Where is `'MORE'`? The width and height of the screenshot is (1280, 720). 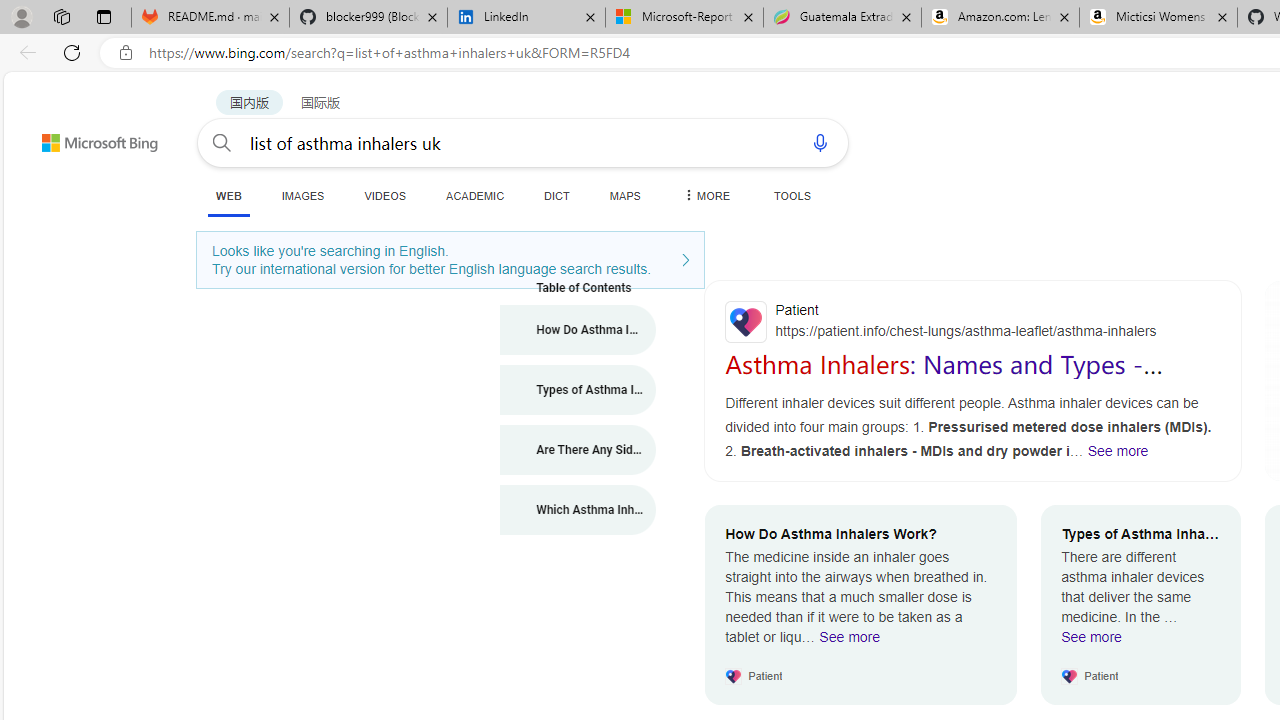
'MORE' is located at coordinates (705, 195).